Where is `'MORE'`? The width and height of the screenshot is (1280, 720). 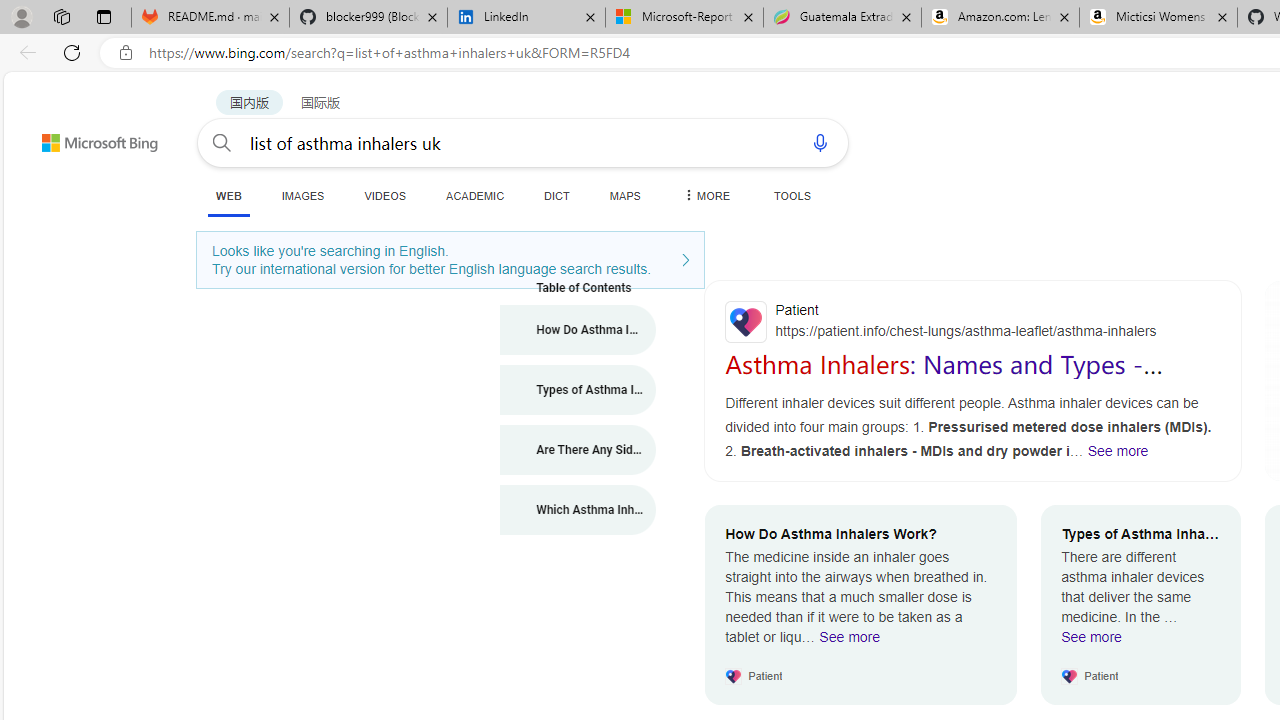
'MORE' is located at coordinates (705, 195).